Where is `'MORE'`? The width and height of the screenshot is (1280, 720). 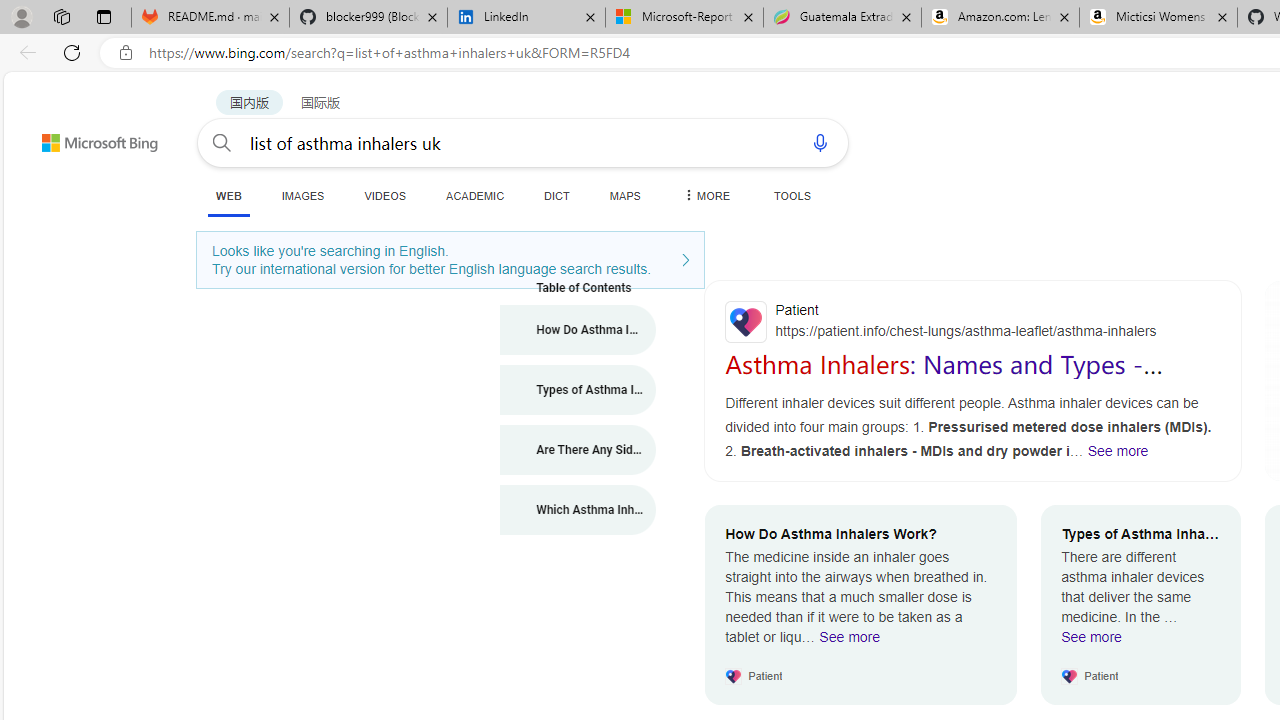
'MORE' is located at coordinates (705, 195).